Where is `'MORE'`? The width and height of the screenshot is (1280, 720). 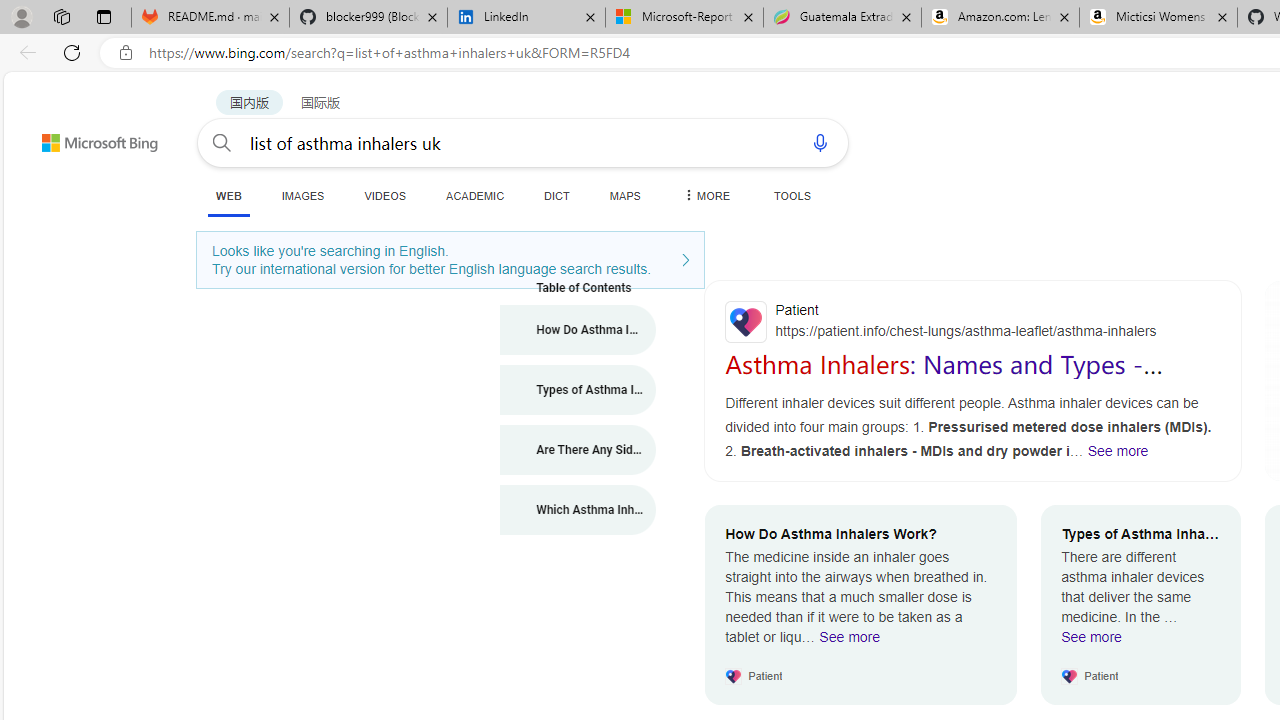
'MORE' is located at coordinates (705, 195).